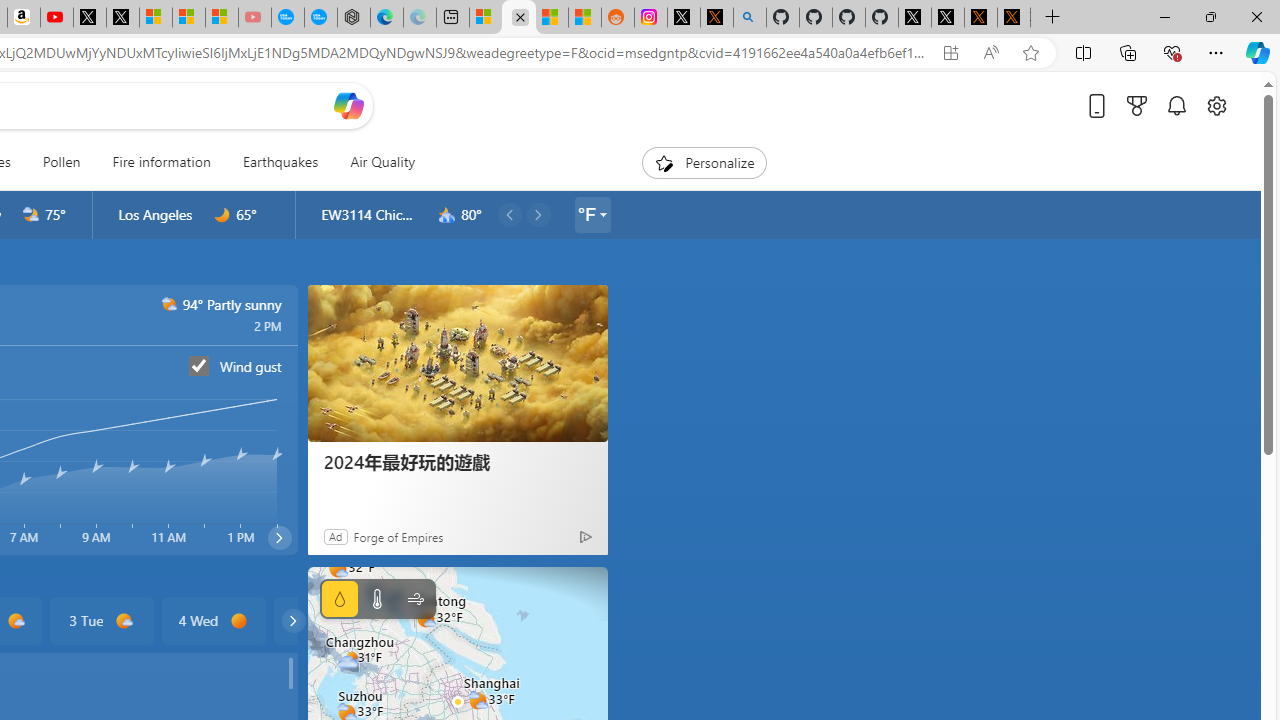  Describe the element at coordinates (946, 17) in the screenshot. I see `'GitHub (@github) / X'` at that location.